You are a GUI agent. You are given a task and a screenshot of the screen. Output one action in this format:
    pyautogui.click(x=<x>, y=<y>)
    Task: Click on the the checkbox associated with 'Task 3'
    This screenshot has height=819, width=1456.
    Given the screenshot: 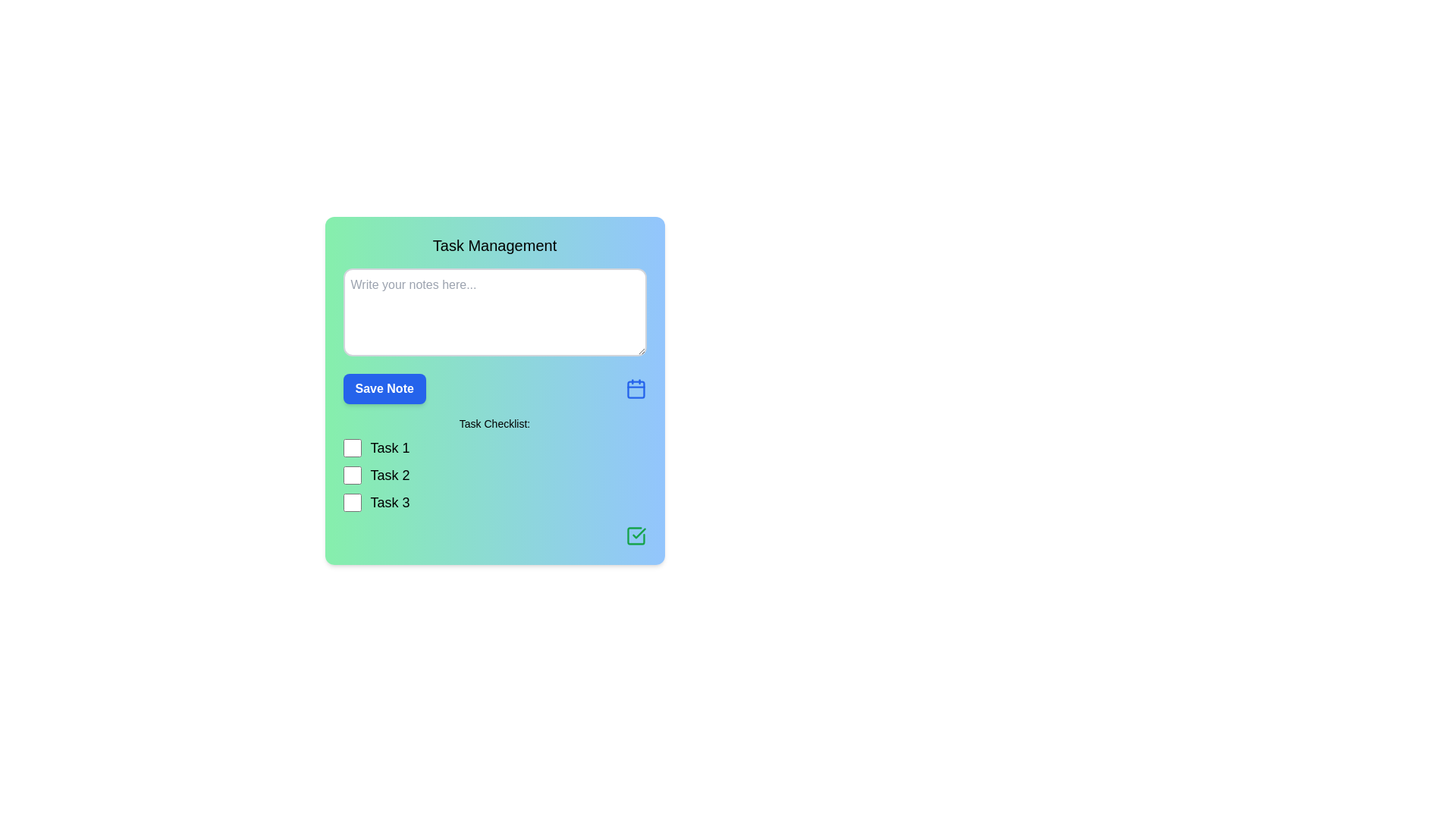 What is the action you would take?
    pyautogui.click(x=351, y=503)
    